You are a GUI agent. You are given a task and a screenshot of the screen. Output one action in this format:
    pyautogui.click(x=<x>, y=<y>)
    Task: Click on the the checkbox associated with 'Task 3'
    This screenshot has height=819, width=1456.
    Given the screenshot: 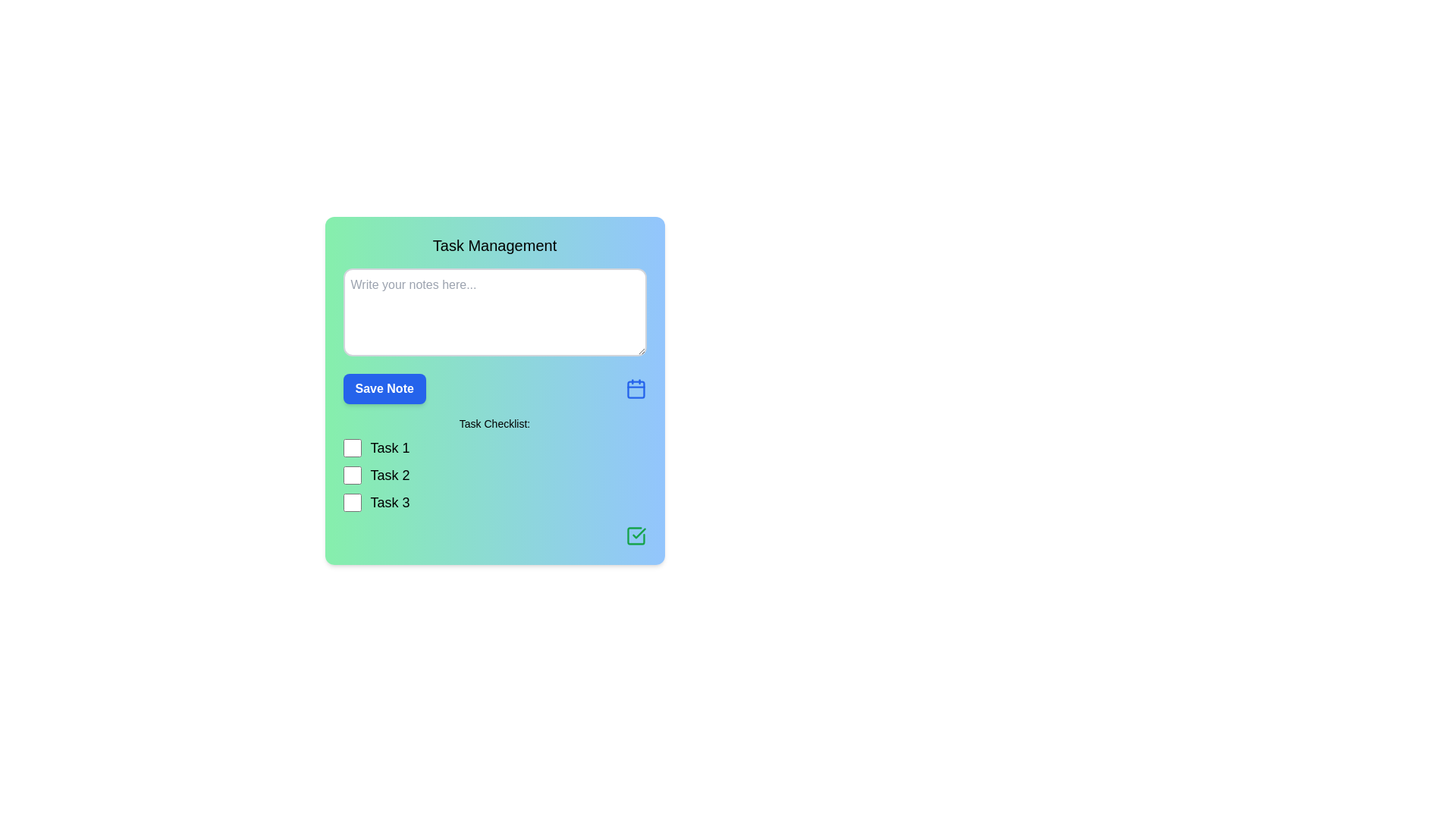 What is the action you would take?
    pyautogui.click(x=351, y=503)
    